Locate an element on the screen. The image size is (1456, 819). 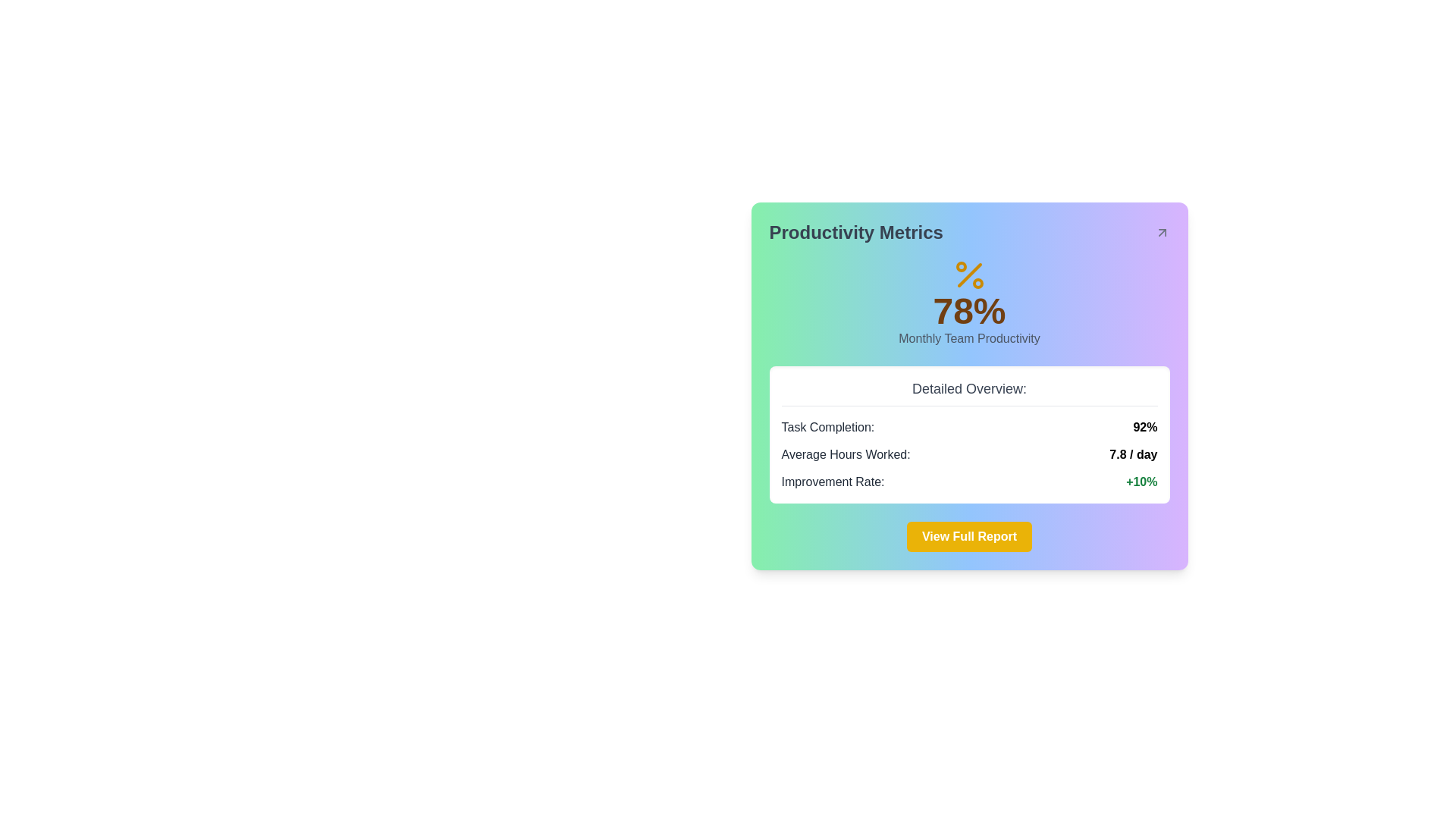
the static text displaying the quantitative productivity value, which is centrally aligned between a percentage icon above and the text 'Monthly Team Productivity' below is located at coordinates (968, 311).